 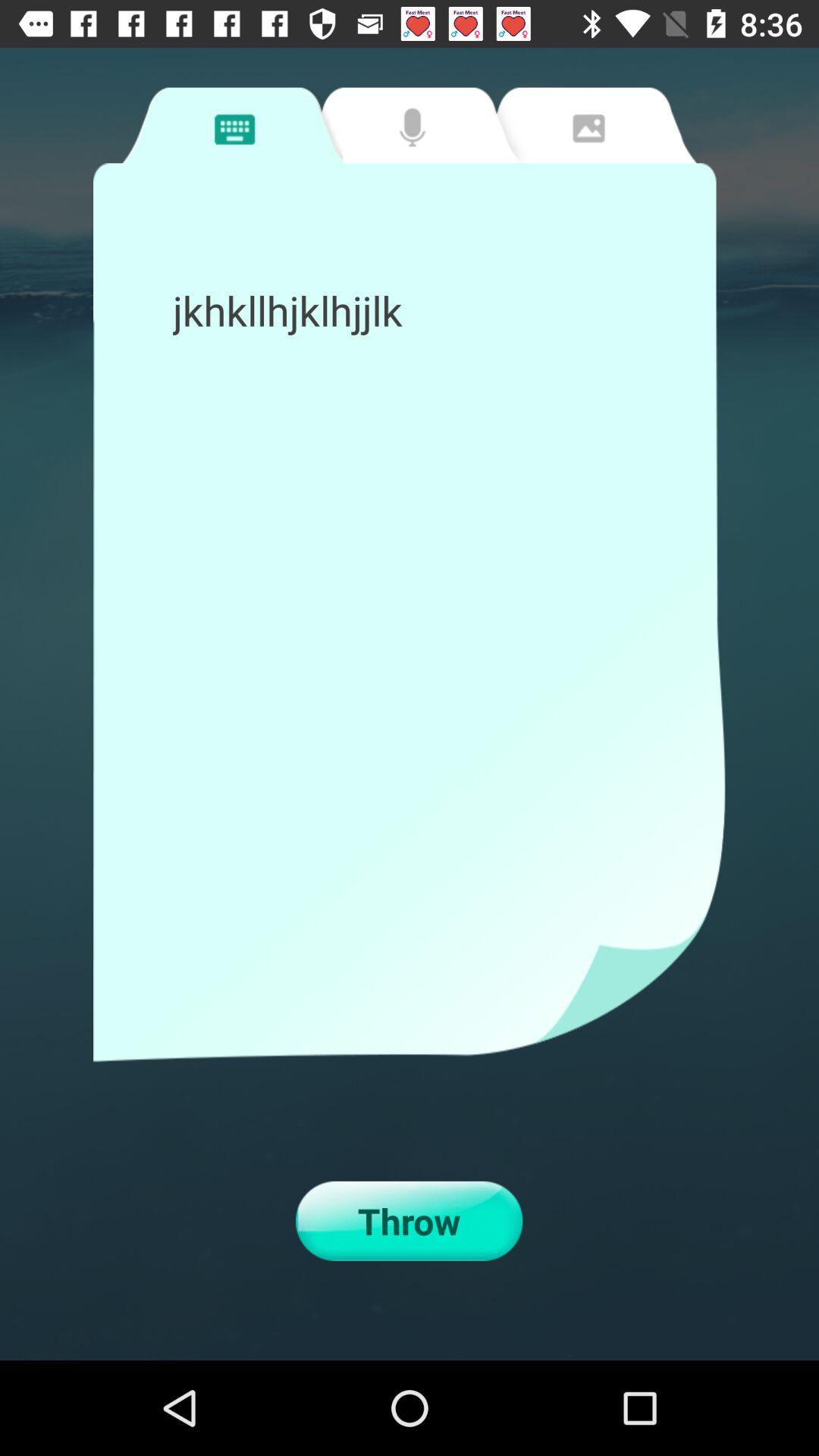 I want to click on type a message, so click(x=232, y=125).